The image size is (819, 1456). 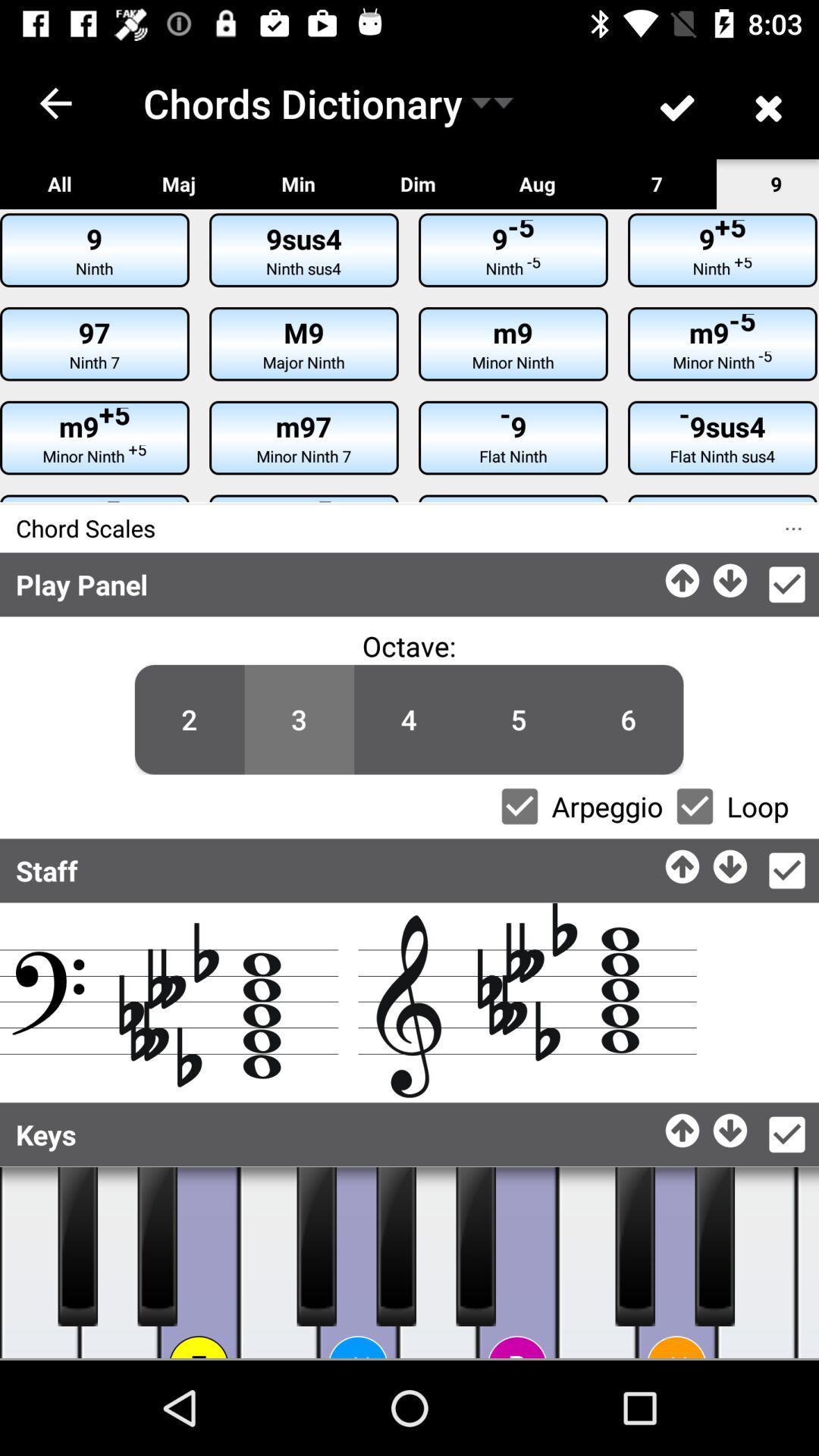 What do you see at coordinates (438, 1263) in the screenshot?
I see `this music key button` at bounding box center [438, 1263].